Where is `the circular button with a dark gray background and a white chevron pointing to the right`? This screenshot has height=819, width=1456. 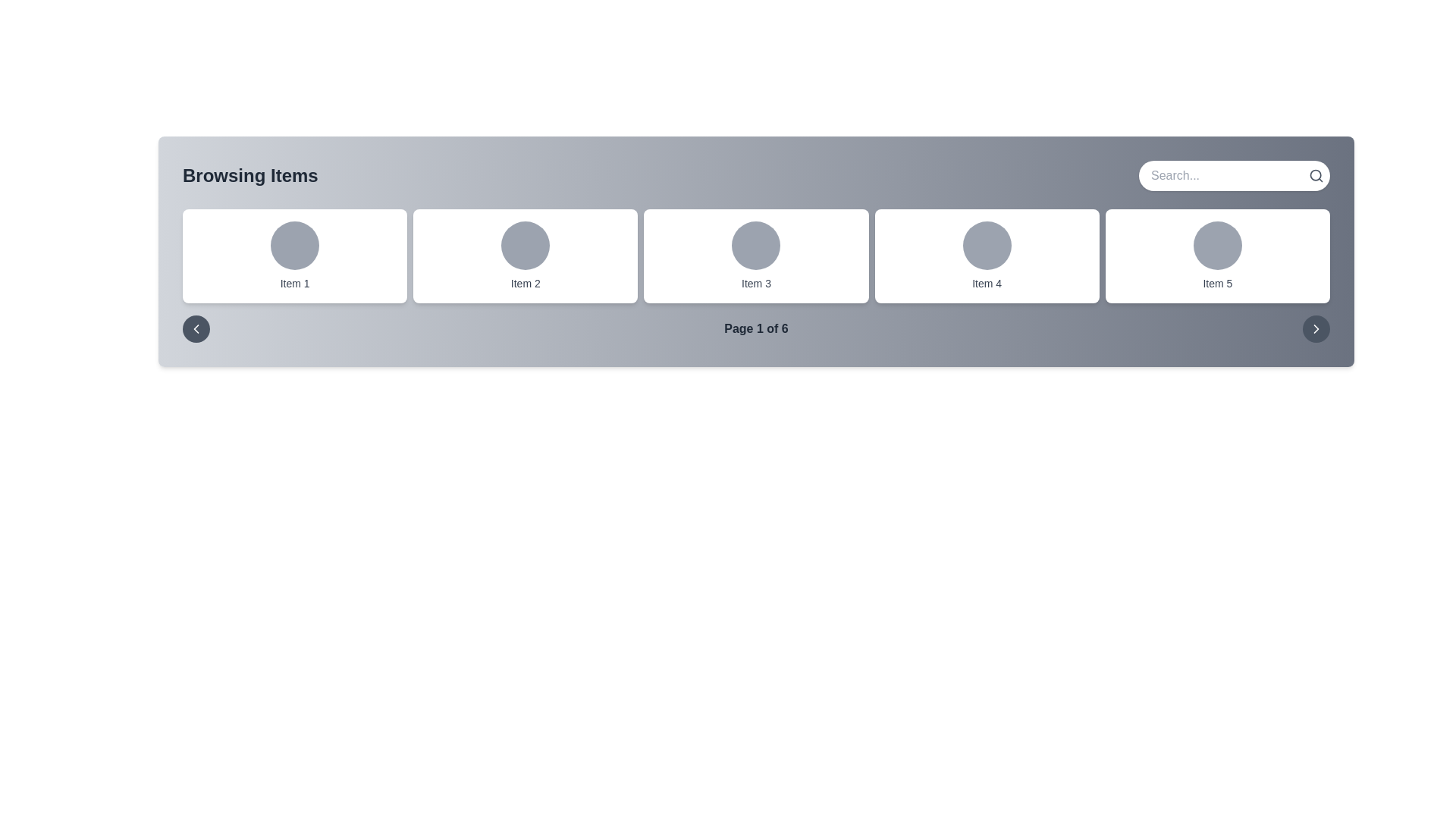 the circular button with a dark gray background and a white chevron pointing to the right is located at coordinates (1316, 328).